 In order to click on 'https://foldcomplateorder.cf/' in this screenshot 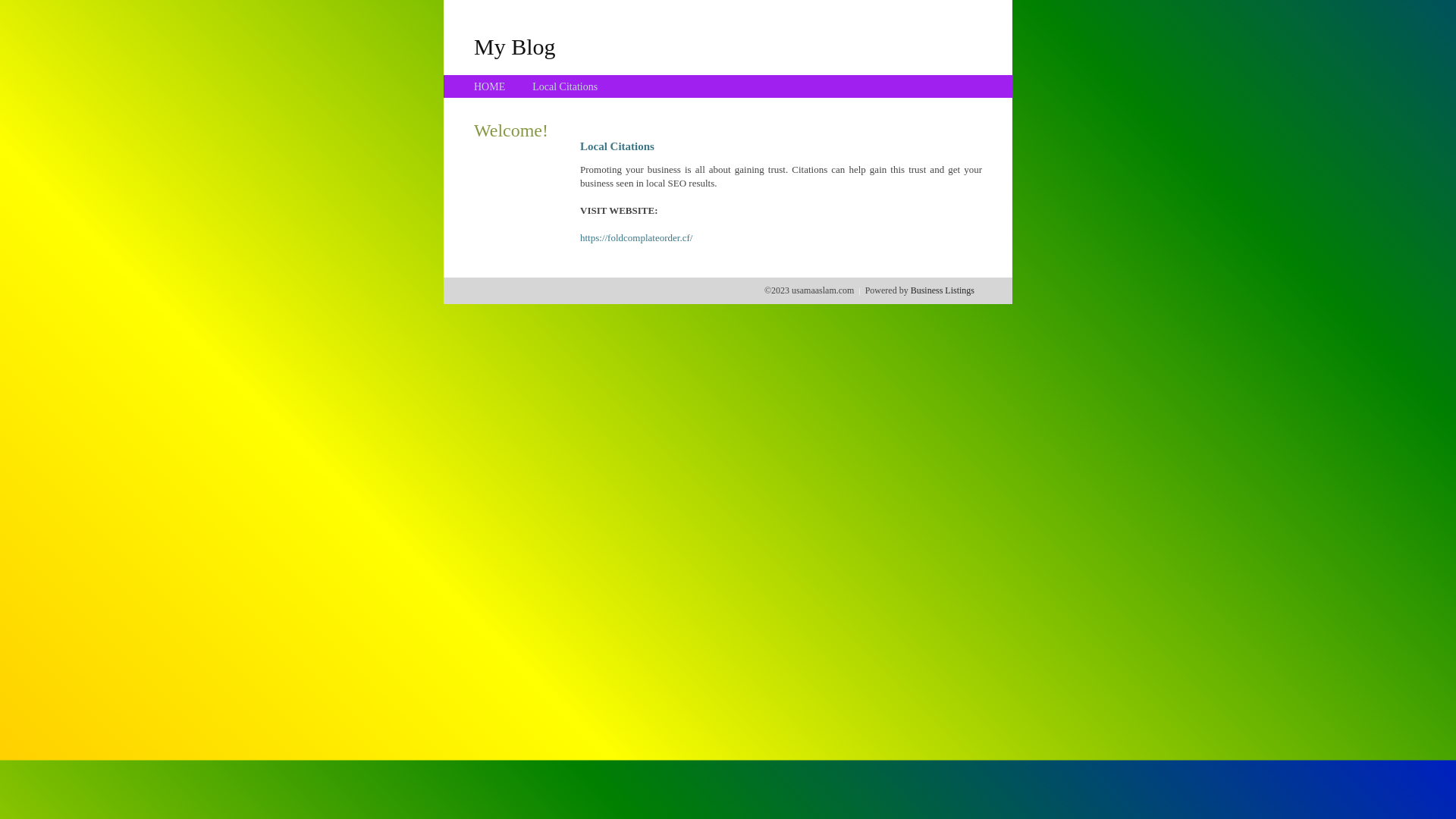, I will do `click(636, 237)`.